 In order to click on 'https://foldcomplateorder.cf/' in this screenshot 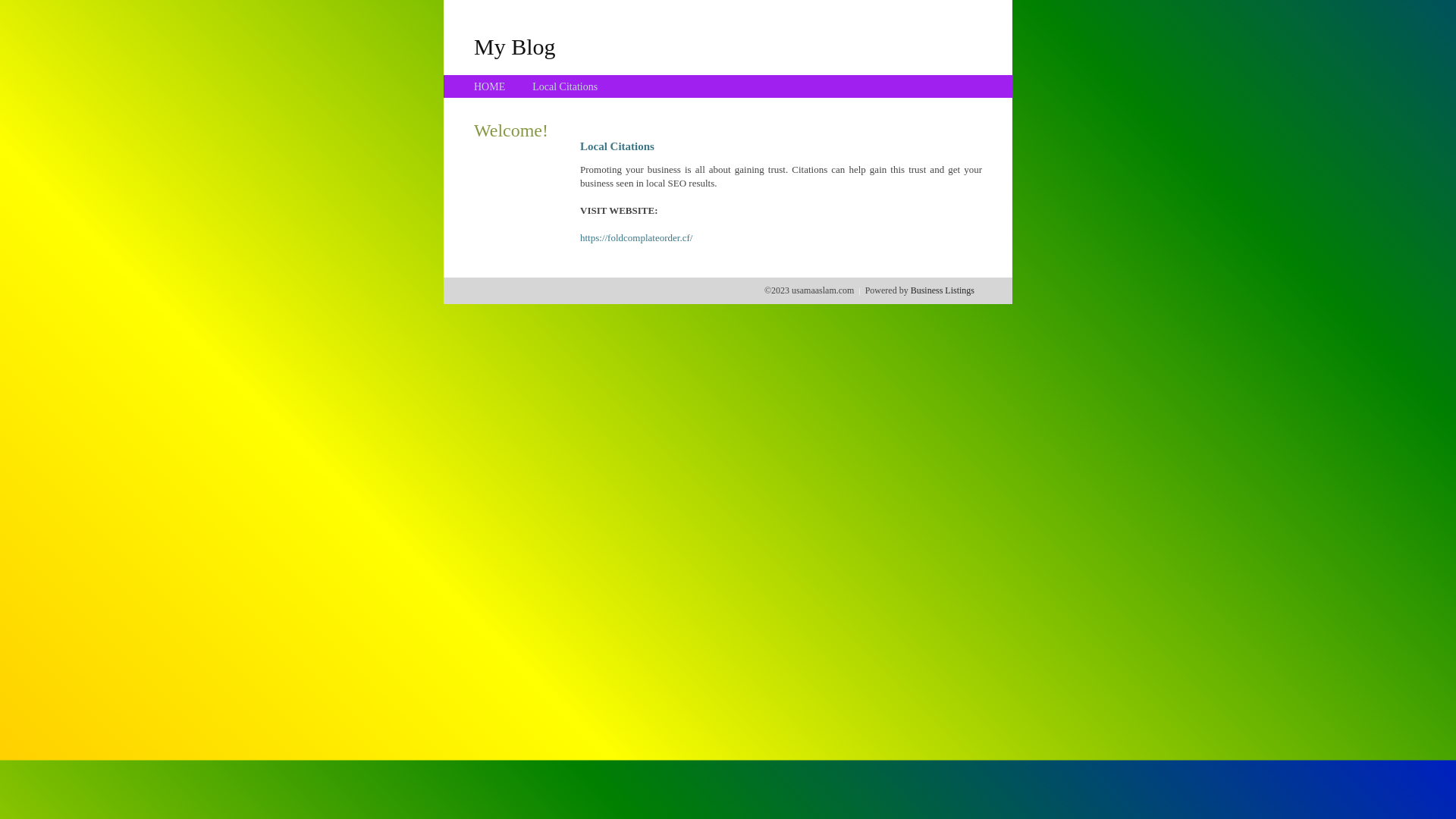, I will do `click(636, 237)`.